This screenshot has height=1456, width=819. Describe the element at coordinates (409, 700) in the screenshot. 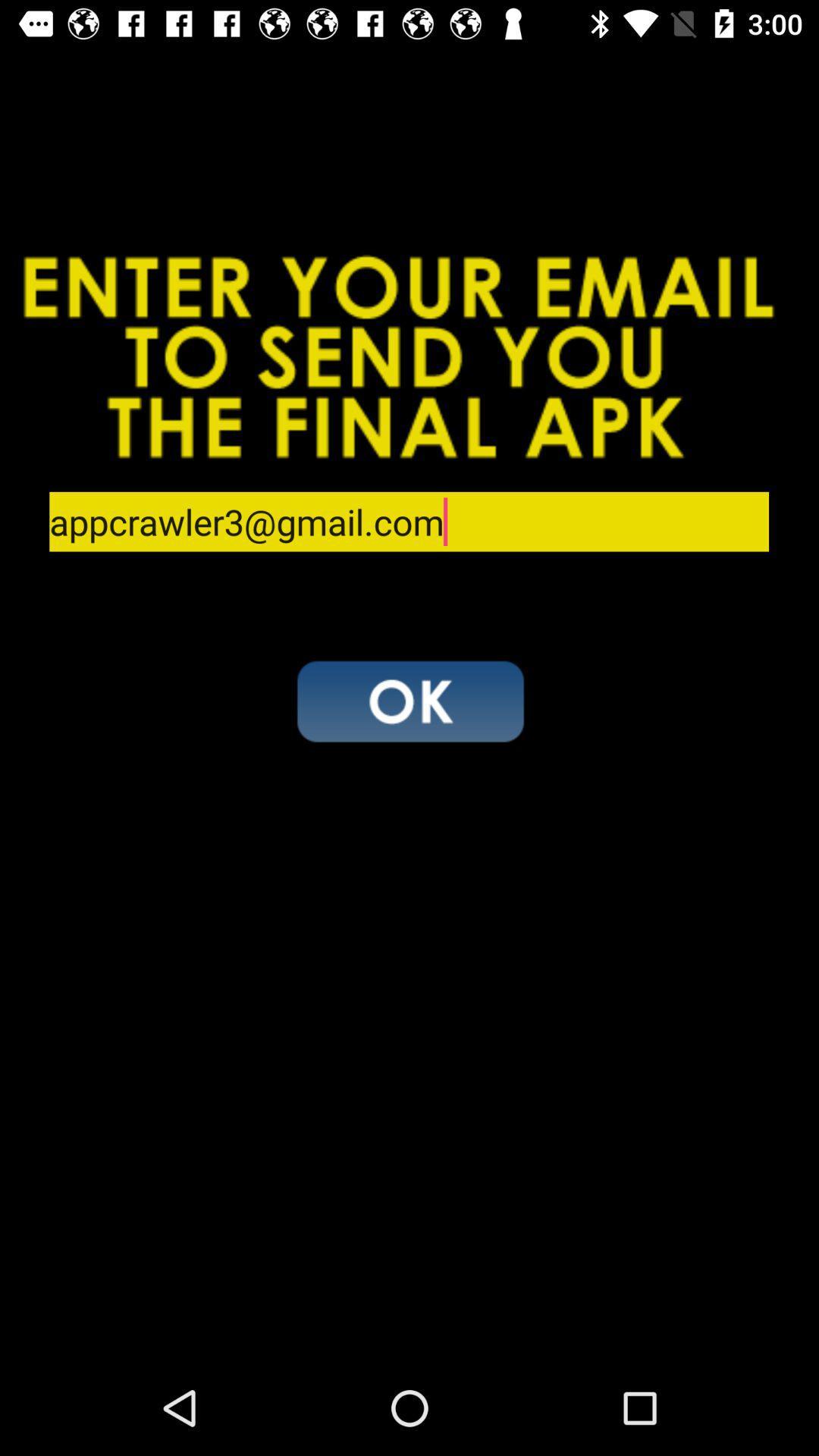

I see `button confirming email entered` at that location.